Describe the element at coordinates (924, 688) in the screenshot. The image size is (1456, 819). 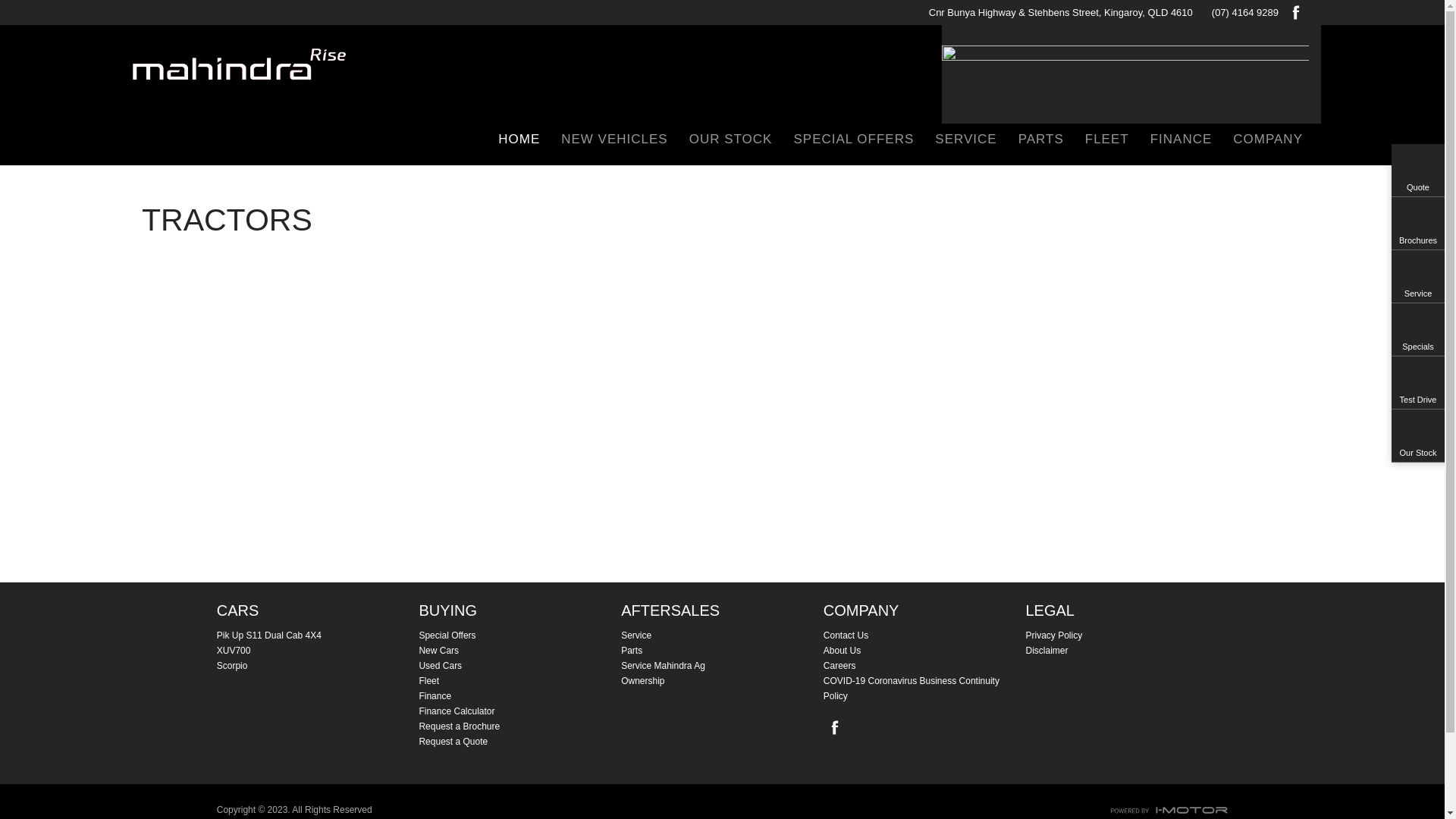
I see `'COVID-19 Coronavirus Business Continuity Policy'` at that location.